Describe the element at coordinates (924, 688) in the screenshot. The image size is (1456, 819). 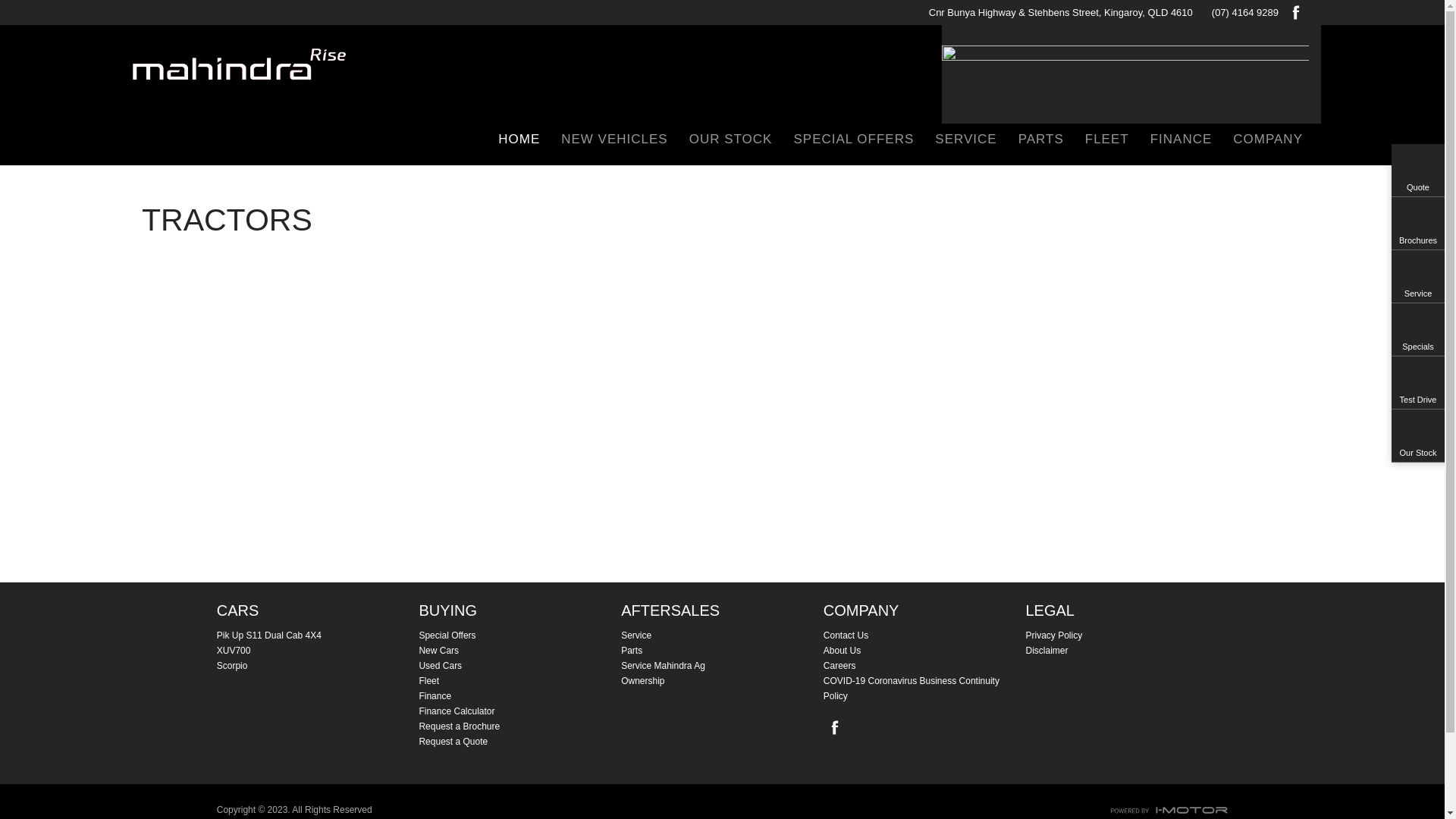
I see `'COVID-19 Coronavirus Business Continuity Policy'` at that location.